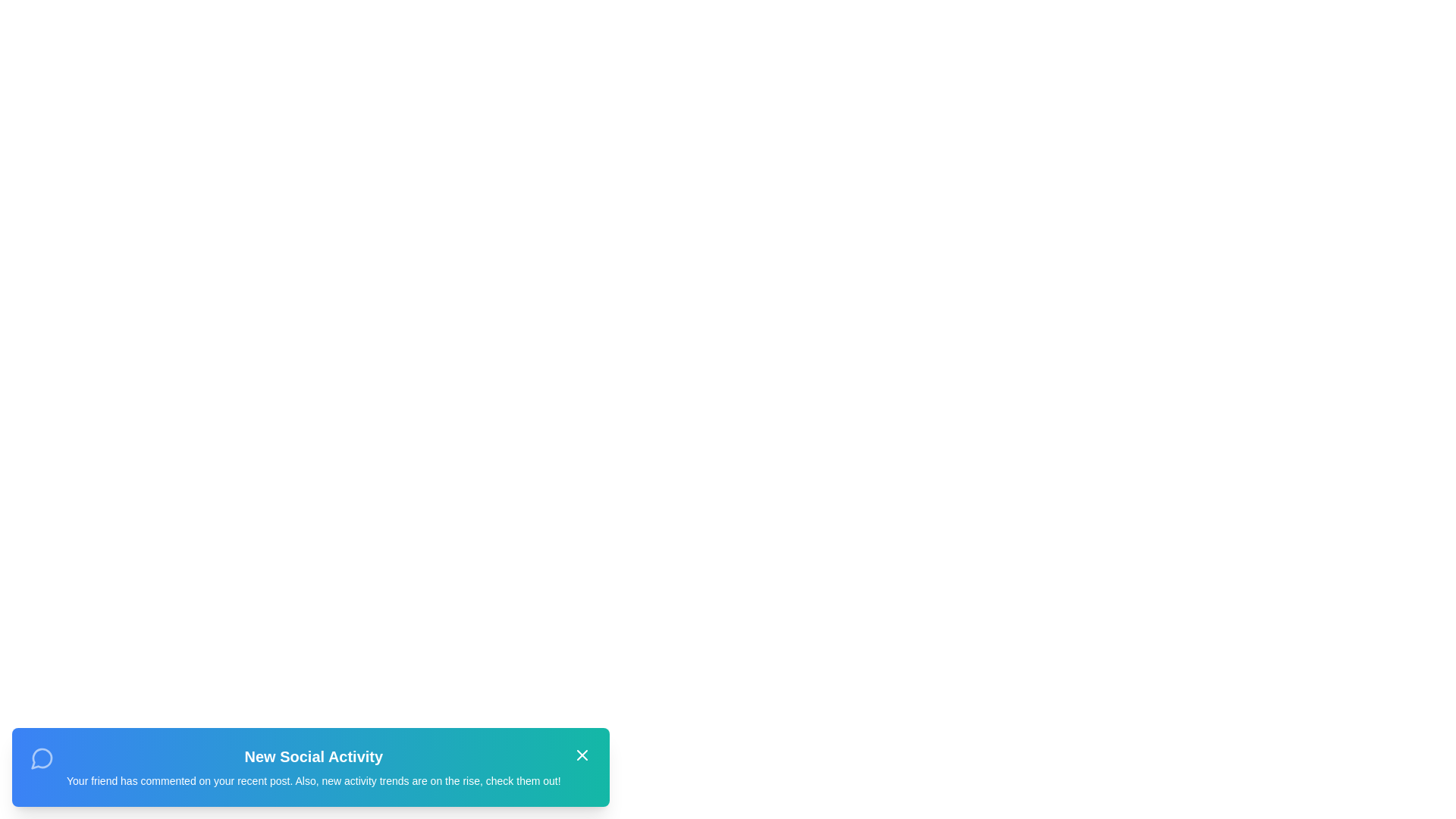 The width and height of the screenshot is (1456, 819). I want to click on close button to dismiss the notification, so click(581, 755).